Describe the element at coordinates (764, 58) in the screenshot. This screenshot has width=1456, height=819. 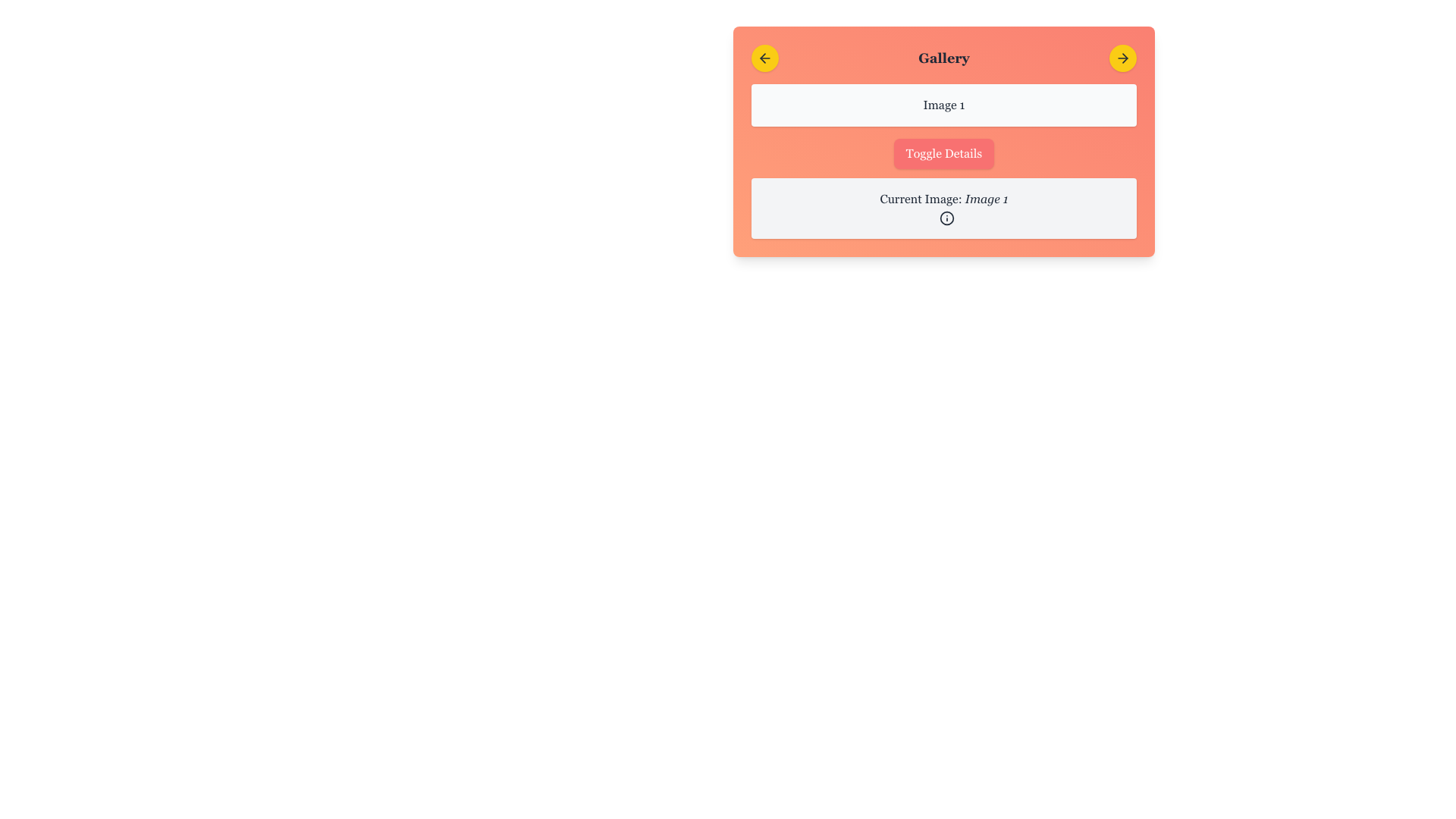
I see `the left-pointing arrow icon located within the yellow circular button at the top-left of the 'Gallery' panel` at that location.